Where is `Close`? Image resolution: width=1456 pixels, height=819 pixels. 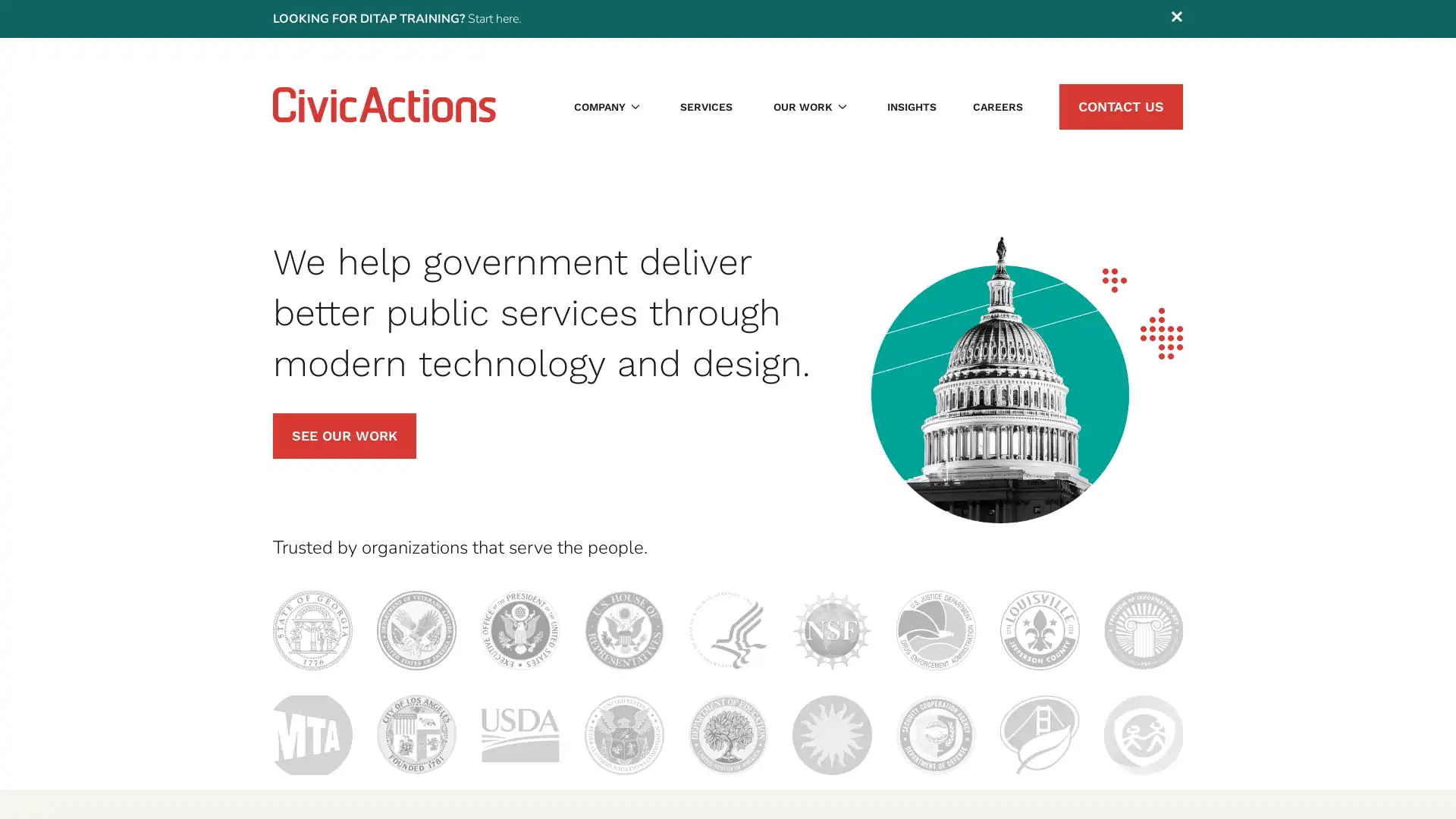 Close is located at coordinates (1175, 18).